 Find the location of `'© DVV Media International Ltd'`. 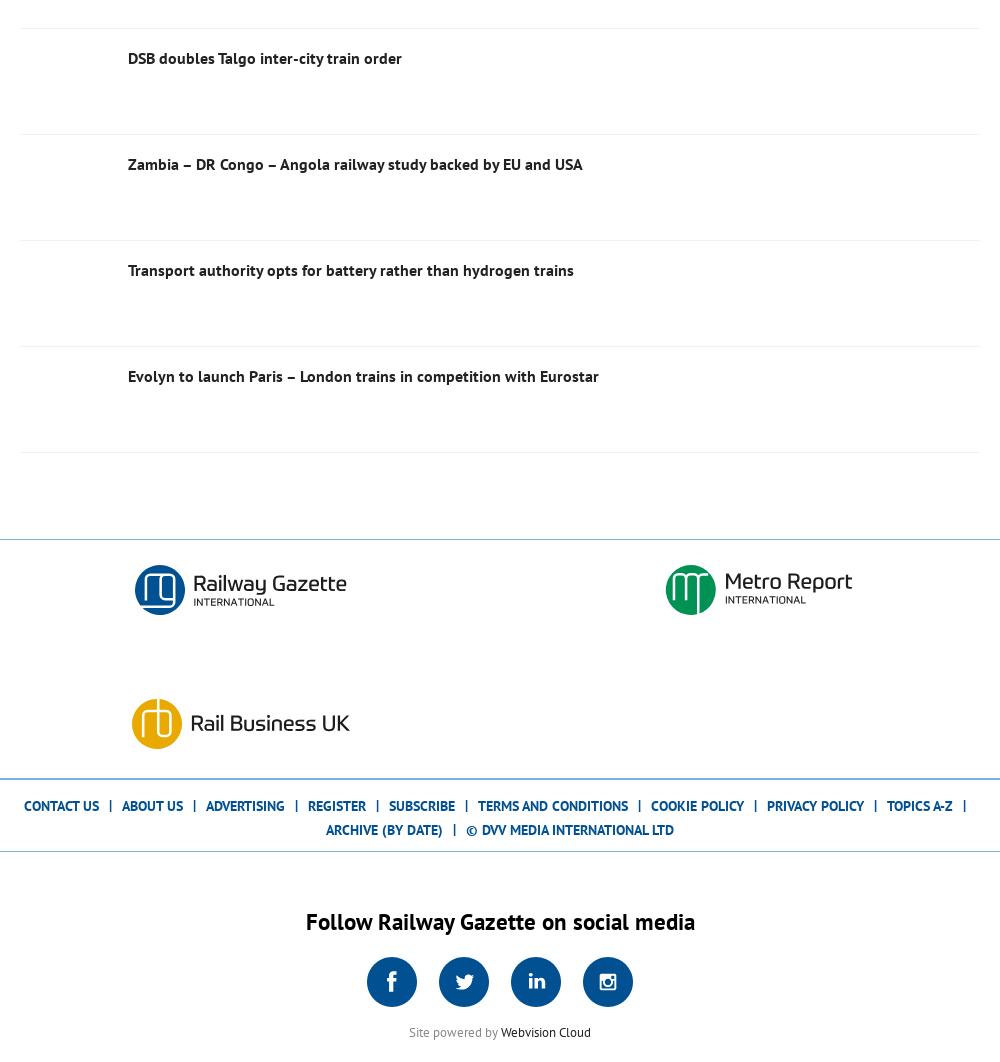

'© DVV Media International Ltd' is located at coordinates (569, 828).